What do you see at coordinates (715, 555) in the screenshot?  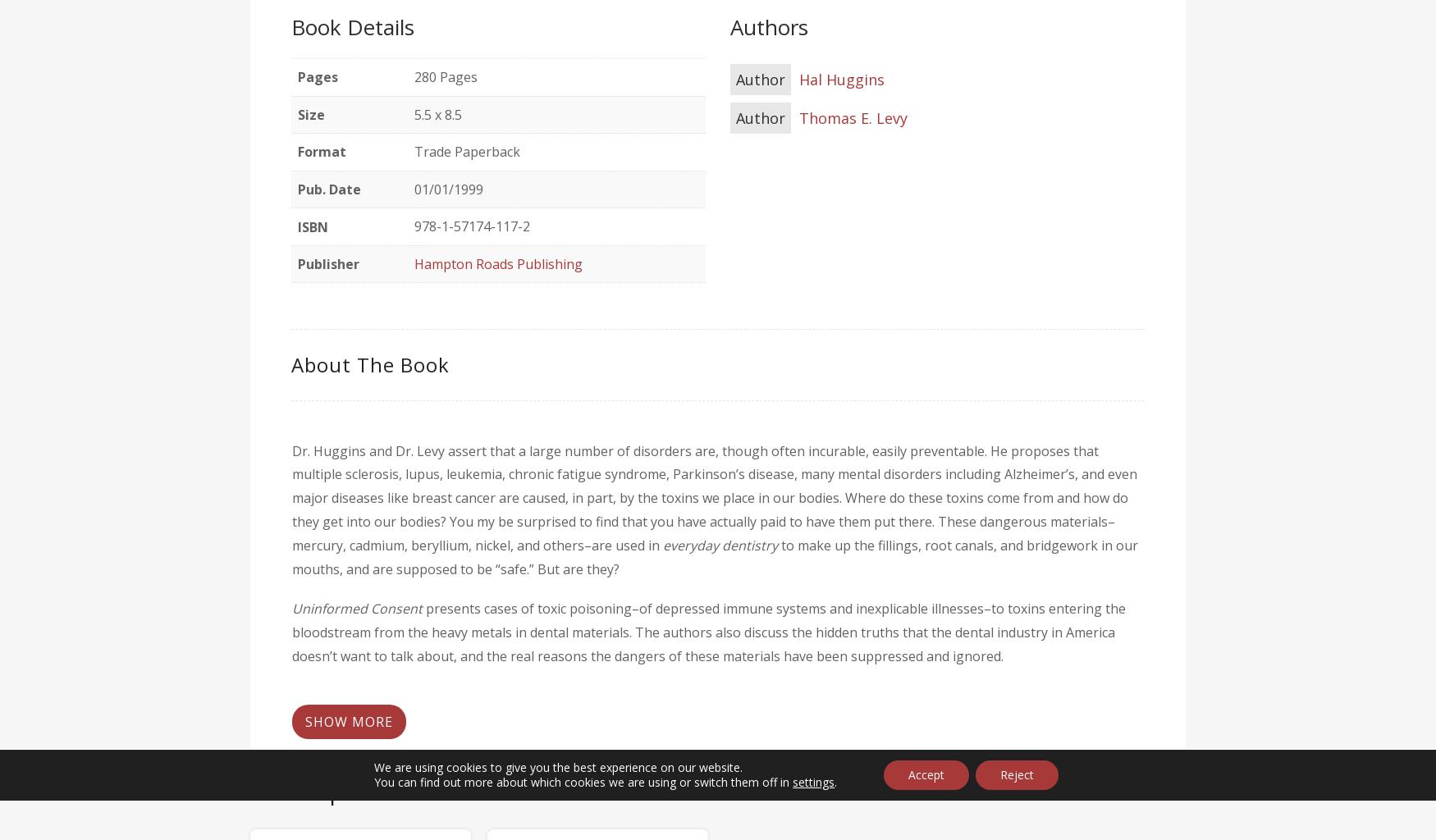 I see `'to make up the fillings, root canals, and bridgework in our mouths, and are supposed to be “safe.” But are they?'` at bounding box center [715, 555].